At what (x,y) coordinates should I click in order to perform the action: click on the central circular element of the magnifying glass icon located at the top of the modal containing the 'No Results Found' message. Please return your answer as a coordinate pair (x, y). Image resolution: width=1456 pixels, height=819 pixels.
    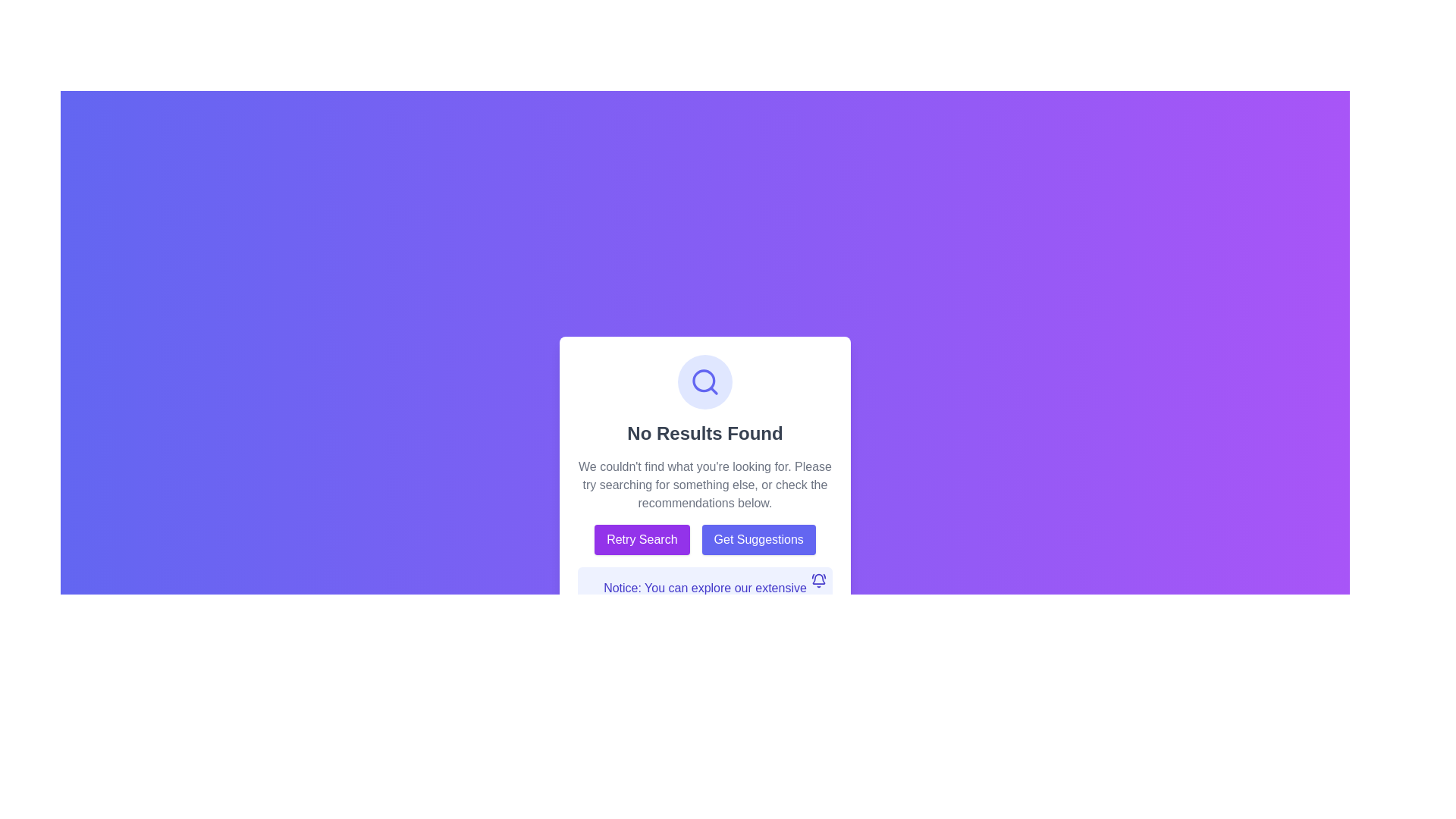
    Looking at the image, I should click on (703, 380).